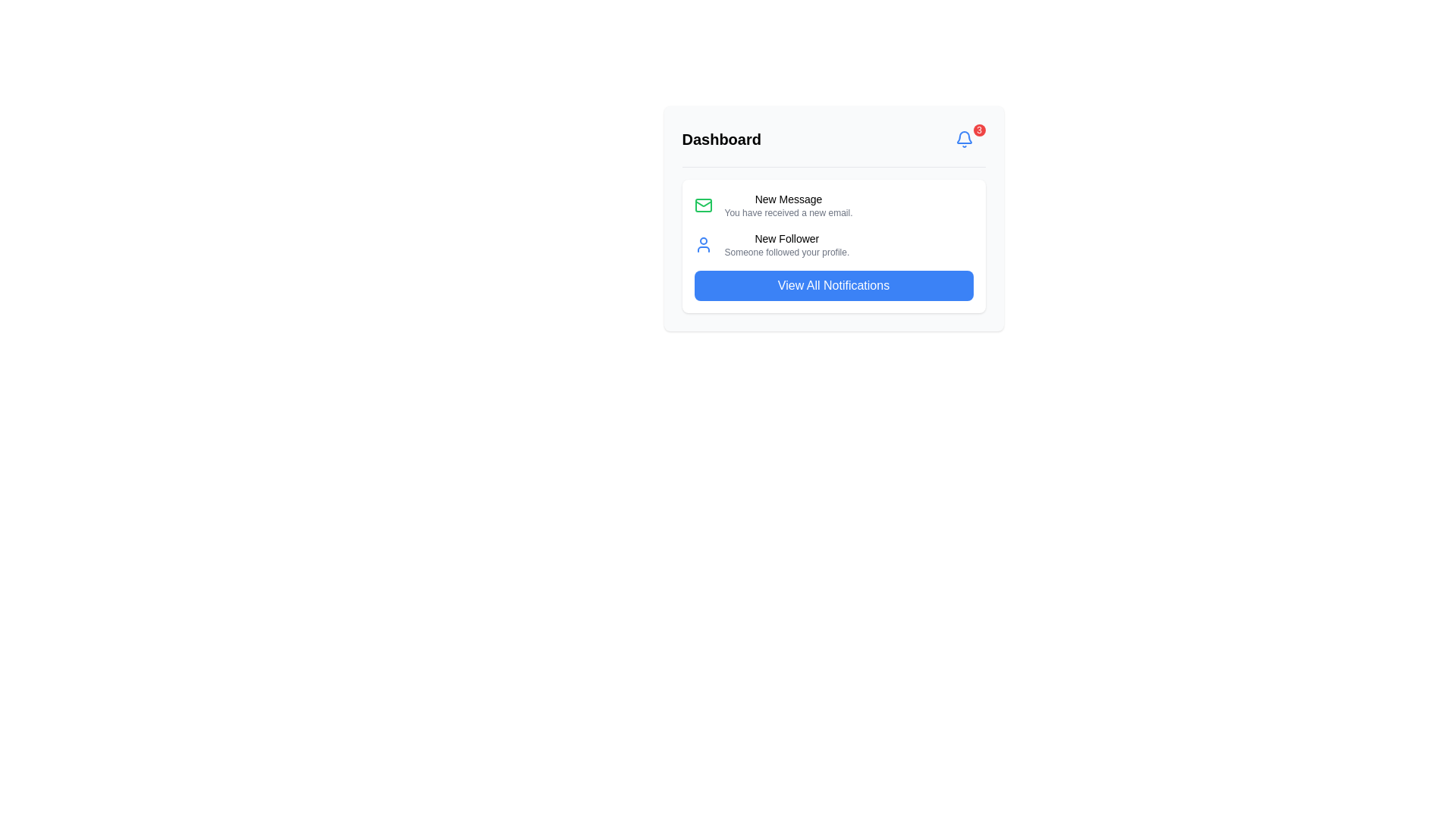 The height and width of the screenshot is (819, 1456). What do you see at coordinates (702, 244) in the screenshot?
I see `the small circular user icon with blue outline located to the left of the 'New Follower' text` at bounding box center [702, 244].